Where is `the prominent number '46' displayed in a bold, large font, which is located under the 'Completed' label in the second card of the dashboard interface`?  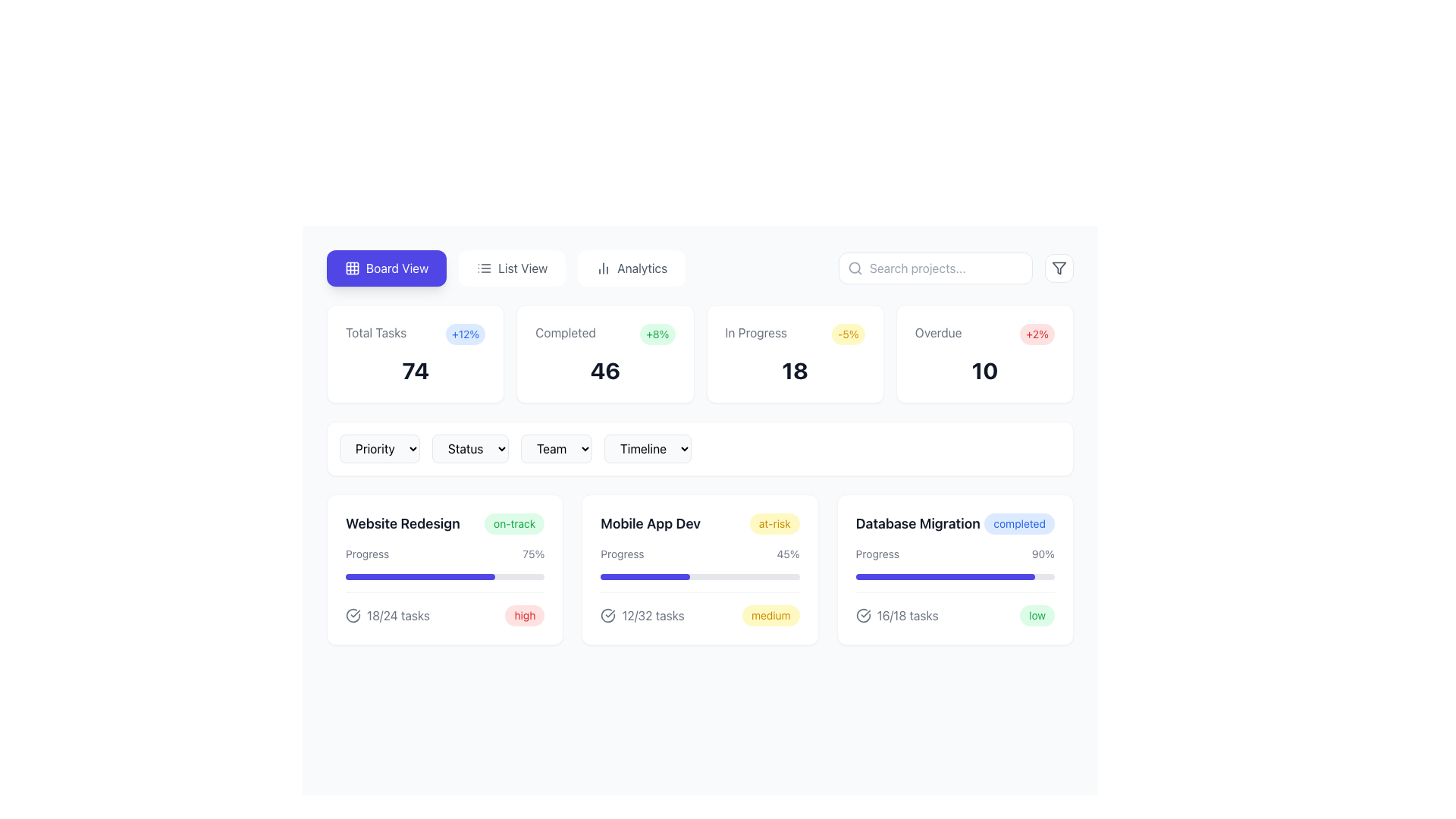
the prominent number '46' displayed in a bold, large font, which is located under the 'Completed' label in the second card of the dashboard interface is located at coordinates (604, 371).